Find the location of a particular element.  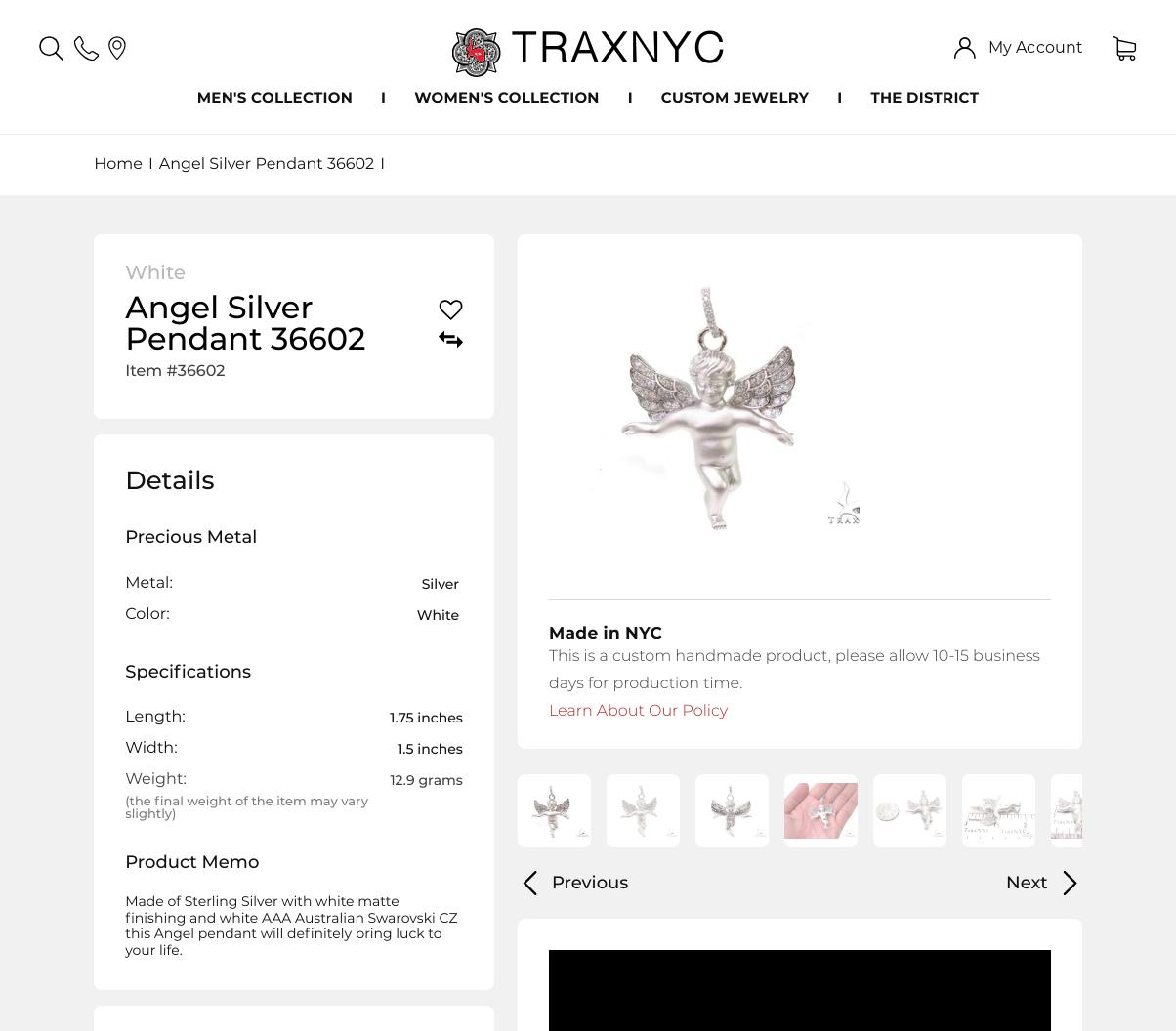

'Weight' is located at coordinates (153, 779).